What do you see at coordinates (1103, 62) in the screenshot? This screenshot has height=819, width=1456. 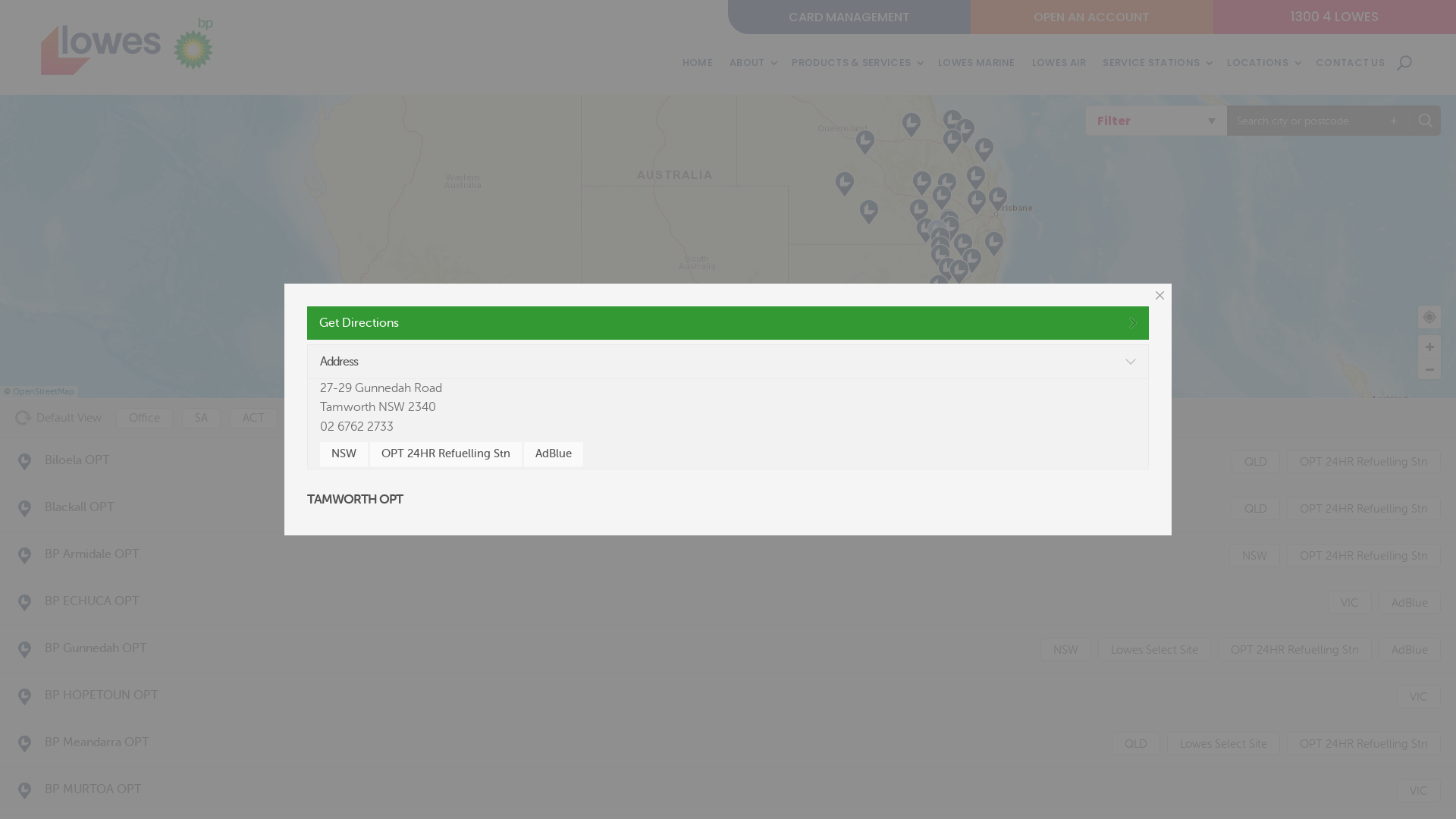 I see `'SERVICE STATIONS'` at bounding box center [1103, 62].